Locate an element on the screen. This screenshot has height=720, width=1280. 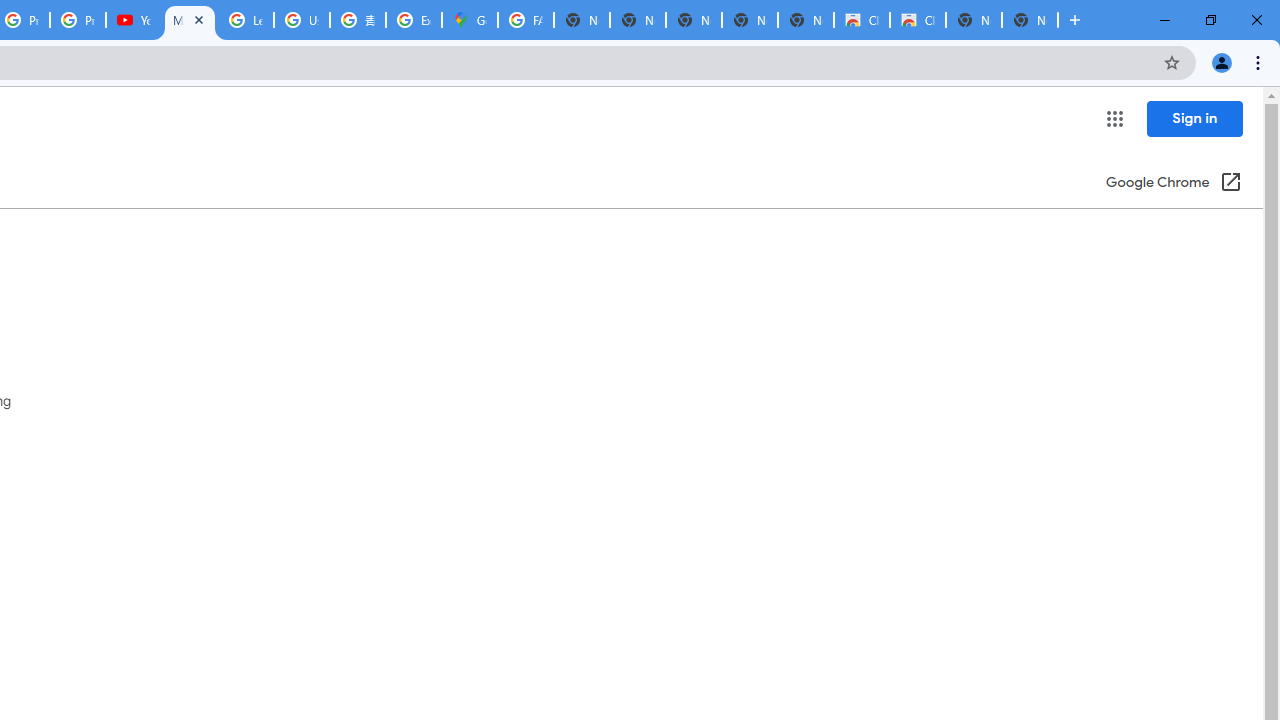
'New Tab' is located at coordinates (1030, 20).